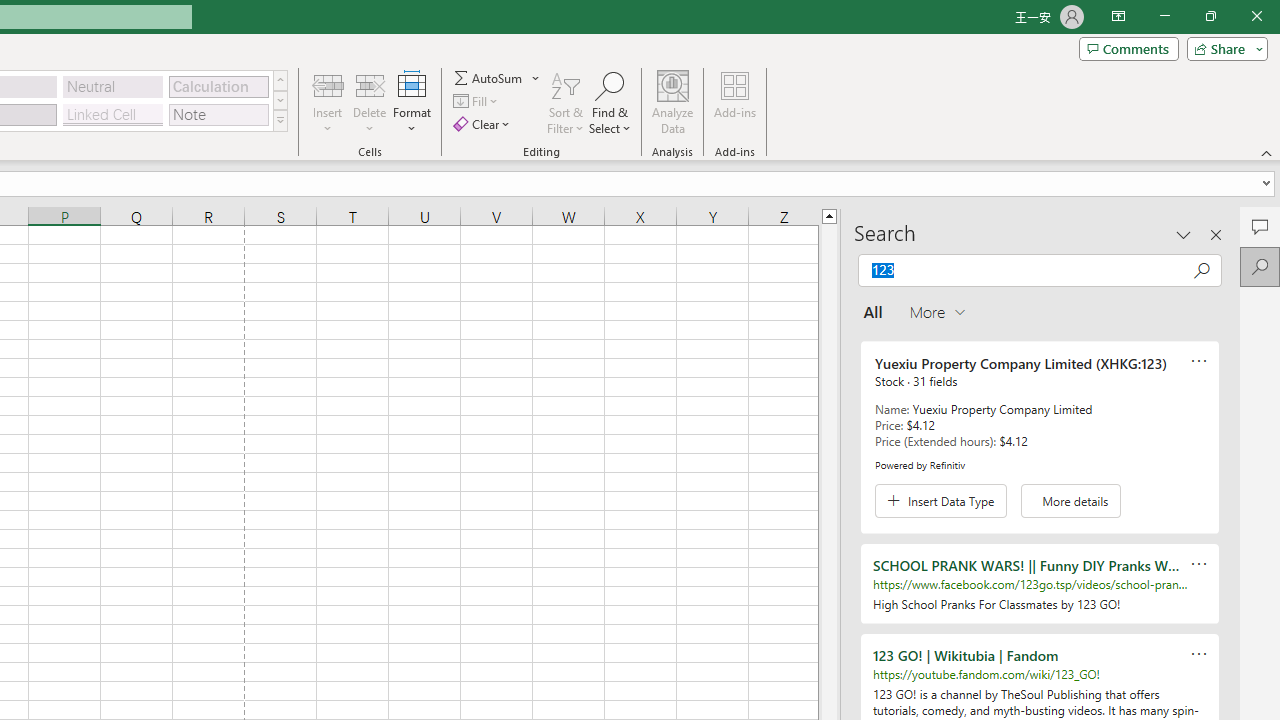 This screenshot has width=1280, height=720. Describe the element at coordinates (279, 120) in the screenshot. I see `'Cell Styles'` at that location.